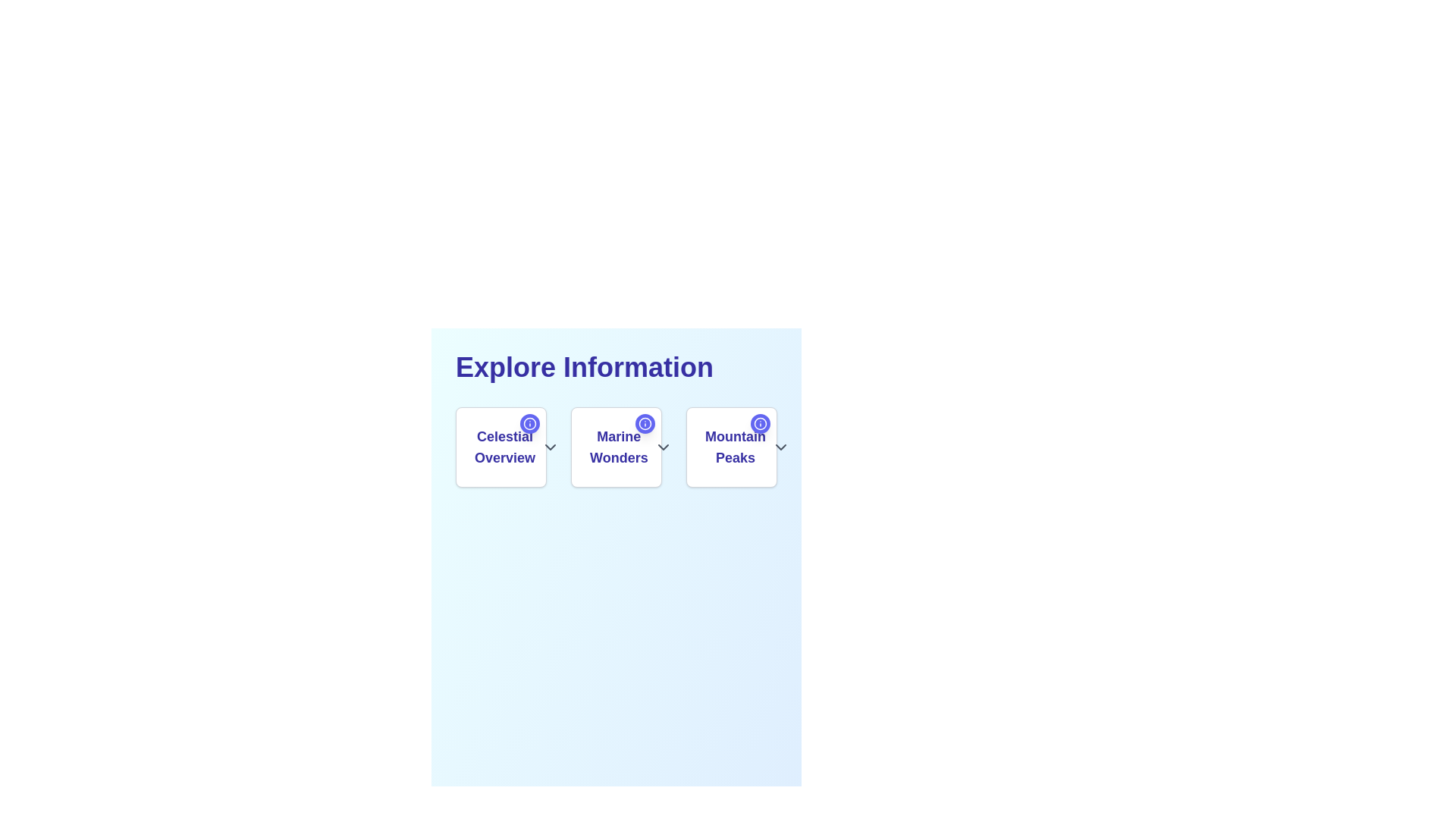  Describe the element at coordinates (550, 447) in the screenshot. I see `the chevron dropdown indicator located to the right of the 'Celestial Overview' text` at that location.